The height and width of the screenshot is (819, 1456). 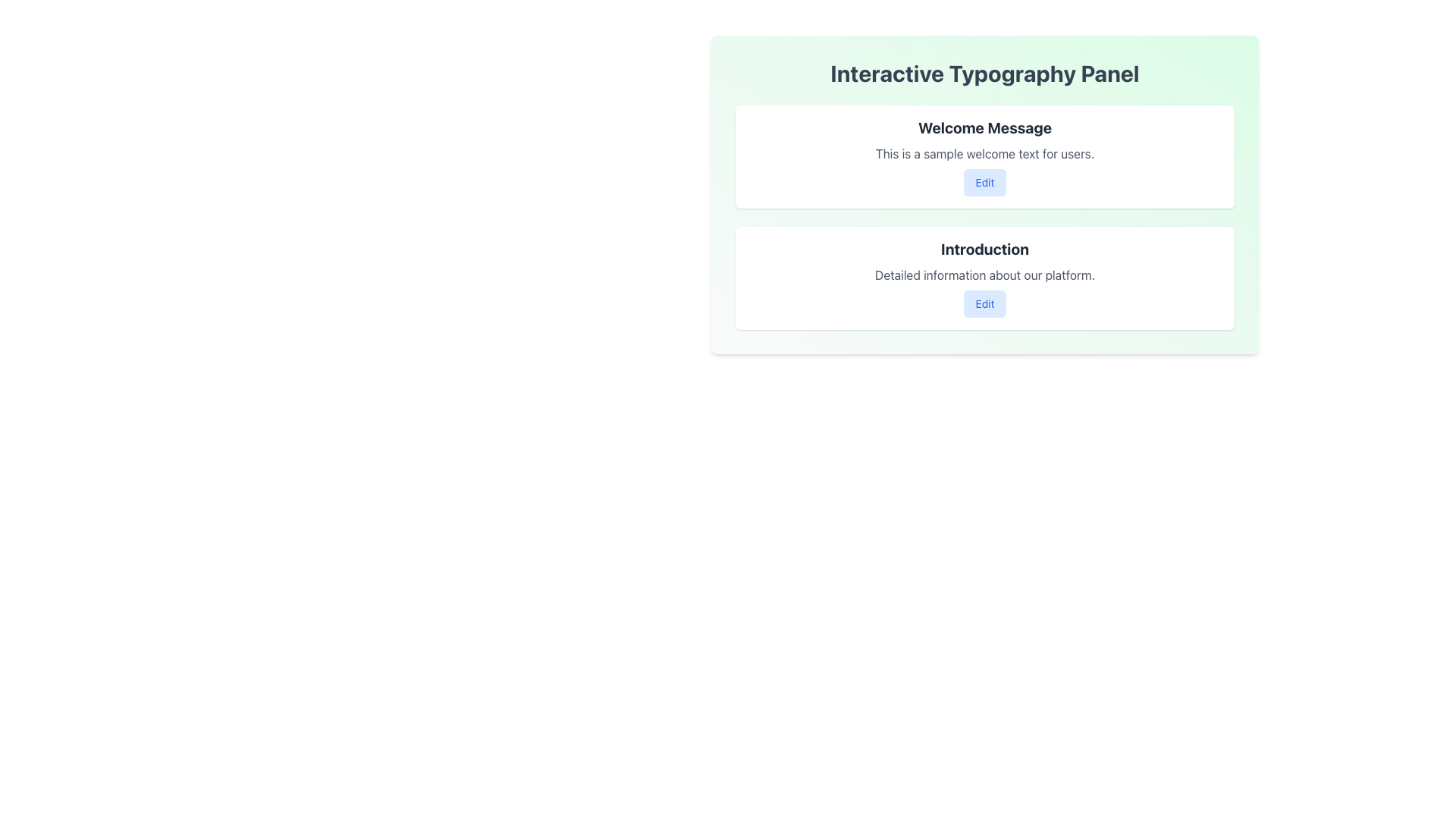 I want to click on the 'Edit' button with a light blue background located under the 'Welcome Message' section, so click(x=985, y=181).